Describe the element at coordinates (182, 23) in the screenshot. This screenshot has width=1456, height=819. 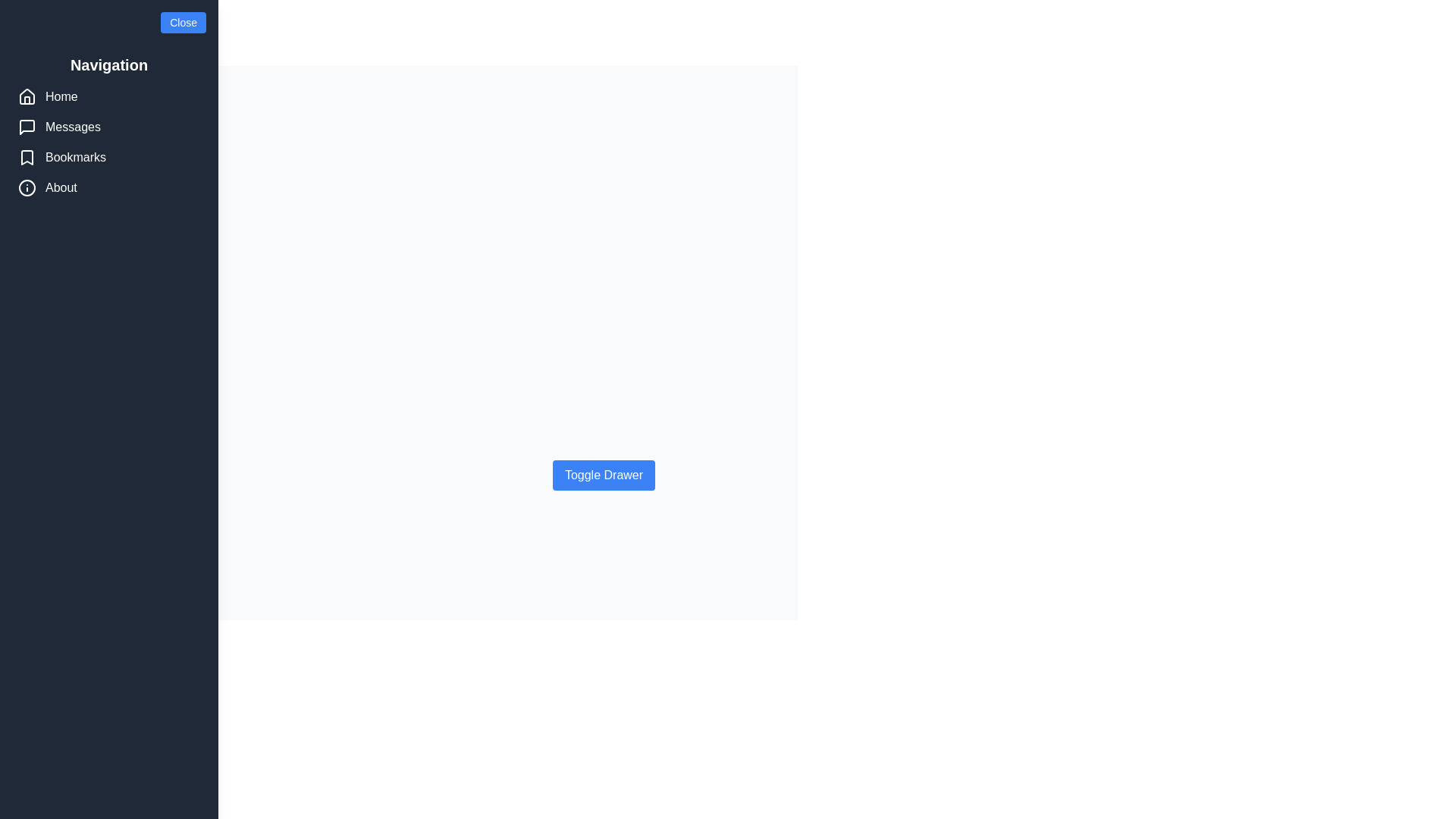
I see `the 'Close' button to close the drawer` at that location.